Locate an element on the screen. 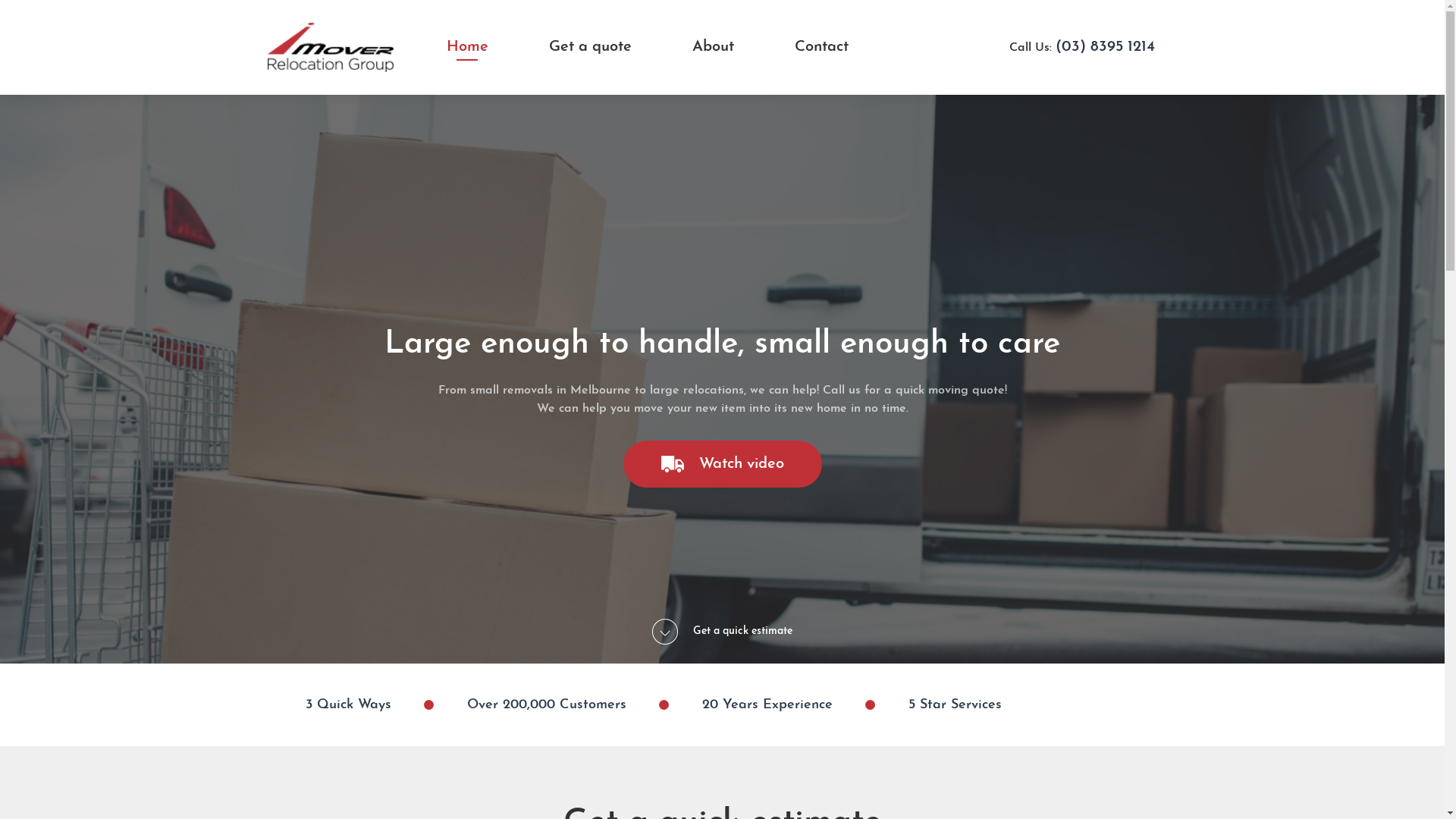 The image size is (1456, 819). '(03) 8395 1214' is located at coordinates (1105, 45).